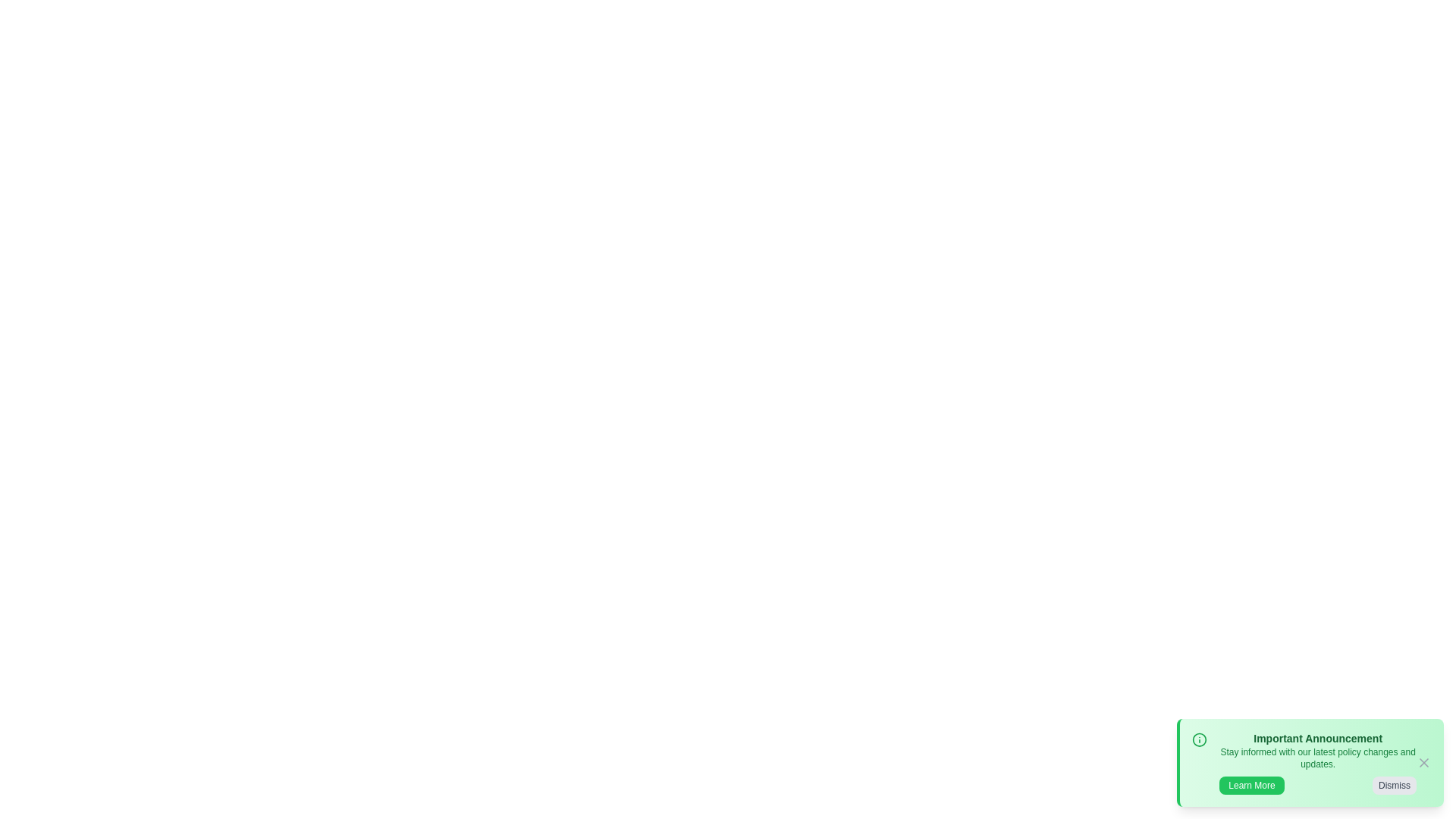  What do you see at coordinates (1252, 785) in the screenshot?
I see `the 'Learn More' button to observe its hover effects` at bounding box center [1252, 785].